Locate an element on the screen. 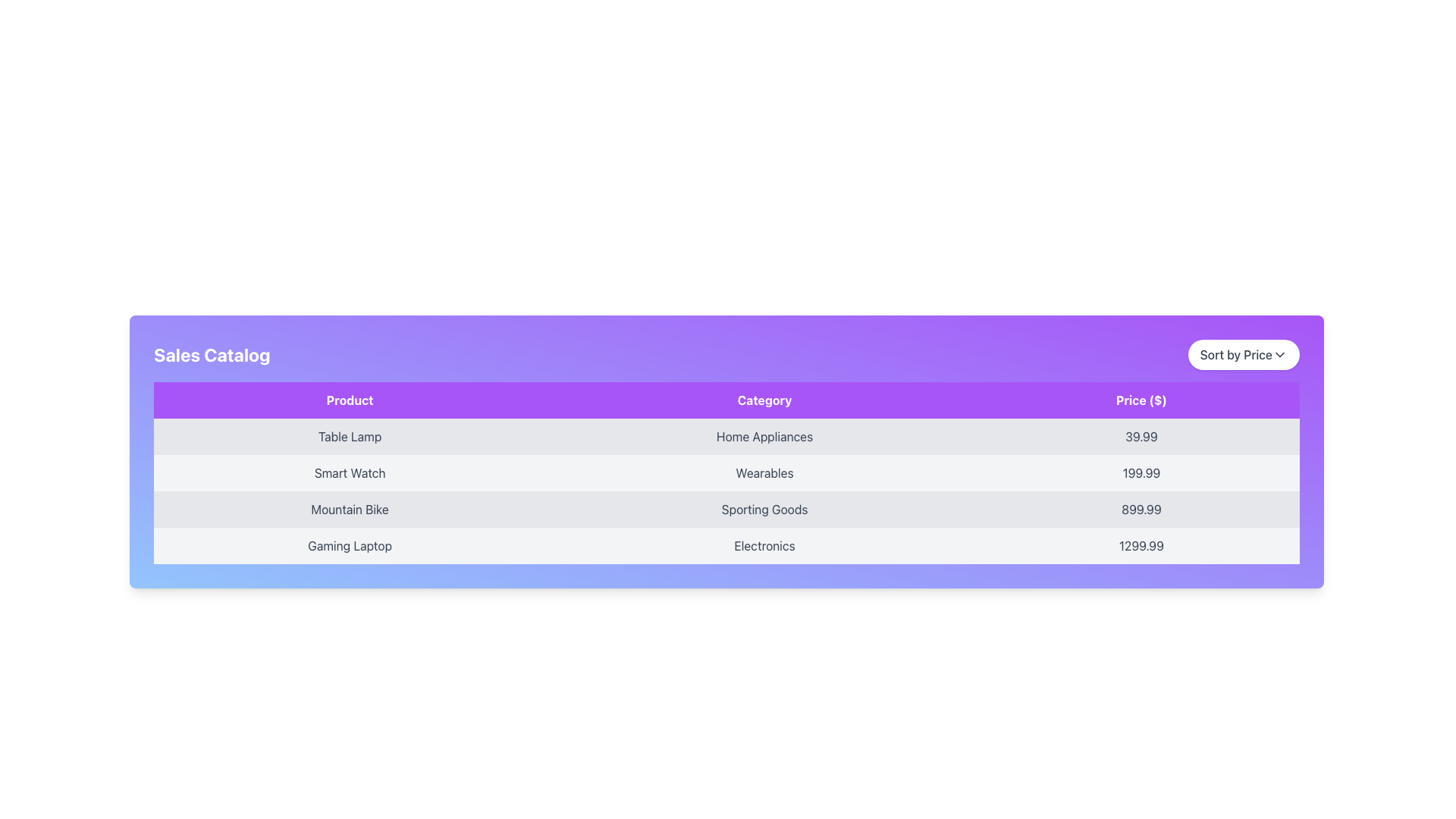  the first row of the table containing 'Table Lamp', 'Home Appliances', and '39.99' is located at coordinates (726, 436).